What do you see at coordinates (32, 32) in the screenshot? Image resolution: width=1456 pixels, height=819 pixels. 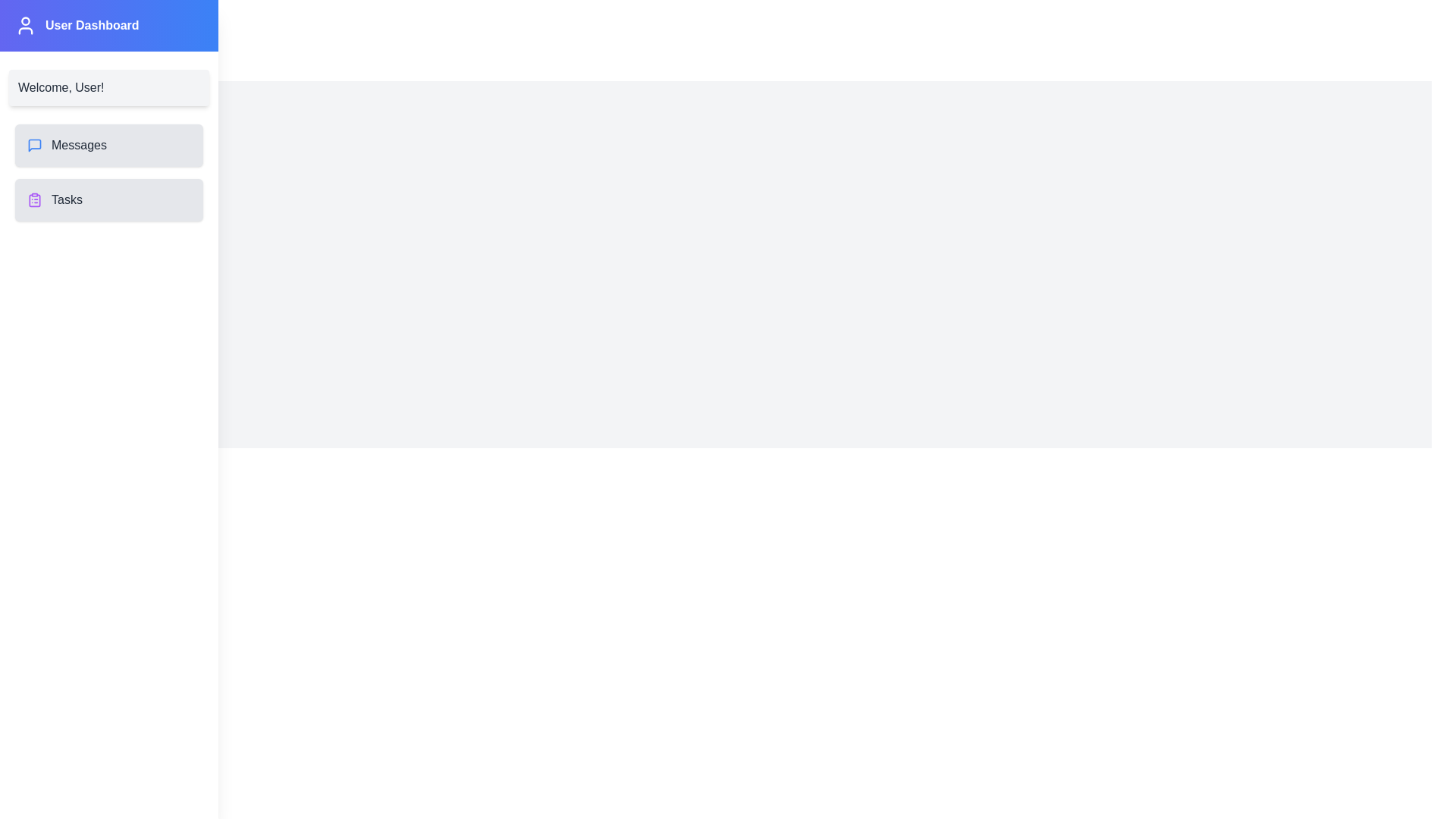 I see `the toggle button to change the drawer's visibility` at bounding box center [32, 32].